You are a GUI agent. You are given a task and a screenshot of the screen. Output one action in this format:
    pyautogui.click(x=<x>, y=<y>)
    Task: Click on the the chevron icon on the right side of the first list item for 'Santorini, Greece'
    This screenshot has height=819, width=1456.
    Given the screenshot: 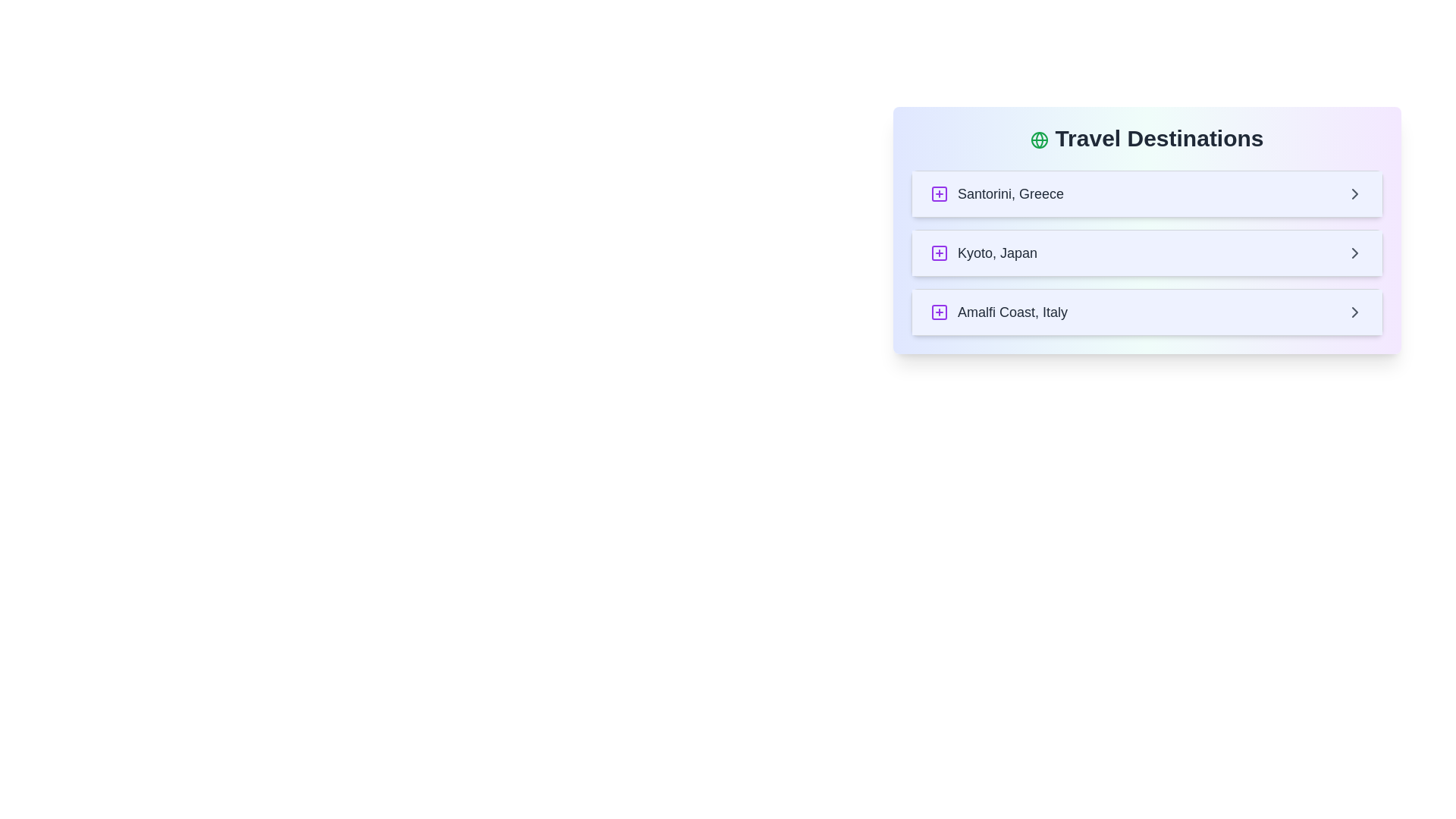 What is the action you would take?
    pyautogui.click(x=1354, y=193)
    